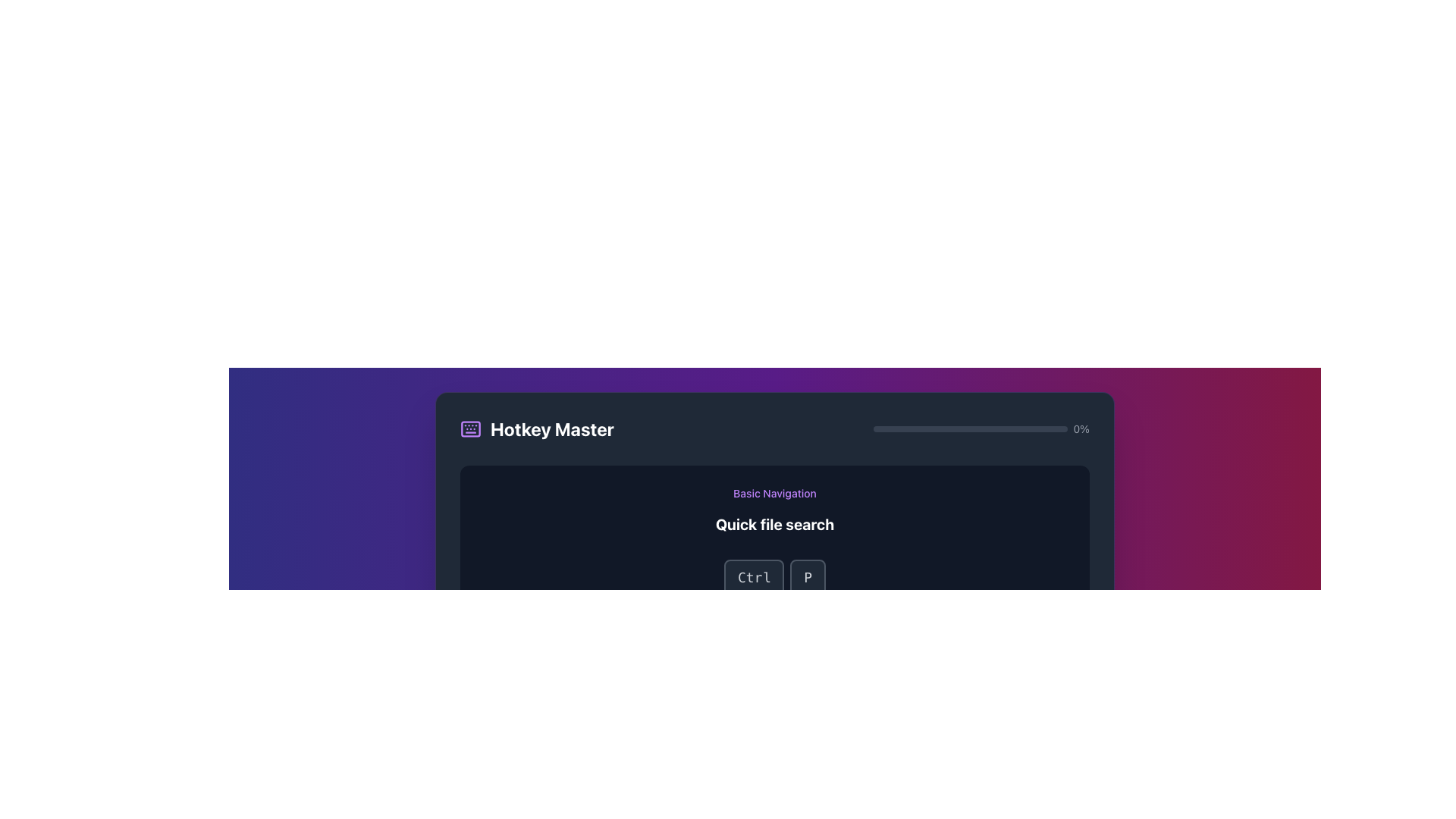 The width and height of the screenshot is (1456, 819). What do you see at coordinates (537, 429) in the screenshot?
I see `the icon component of the 'Hotkey Master' heading located on the left side of the header section` at bounding box center [537, 429].